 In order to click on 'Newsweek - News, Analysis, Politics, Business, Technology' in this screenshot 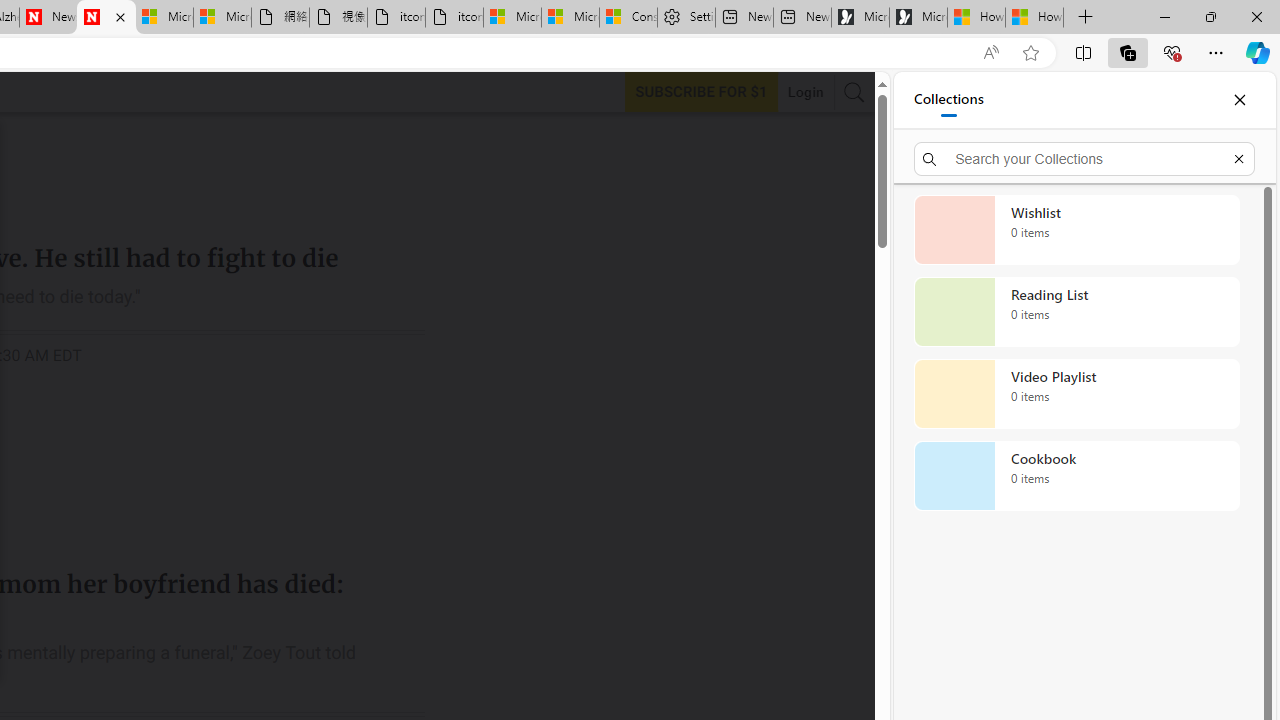, I will do `click(48, 17)`.